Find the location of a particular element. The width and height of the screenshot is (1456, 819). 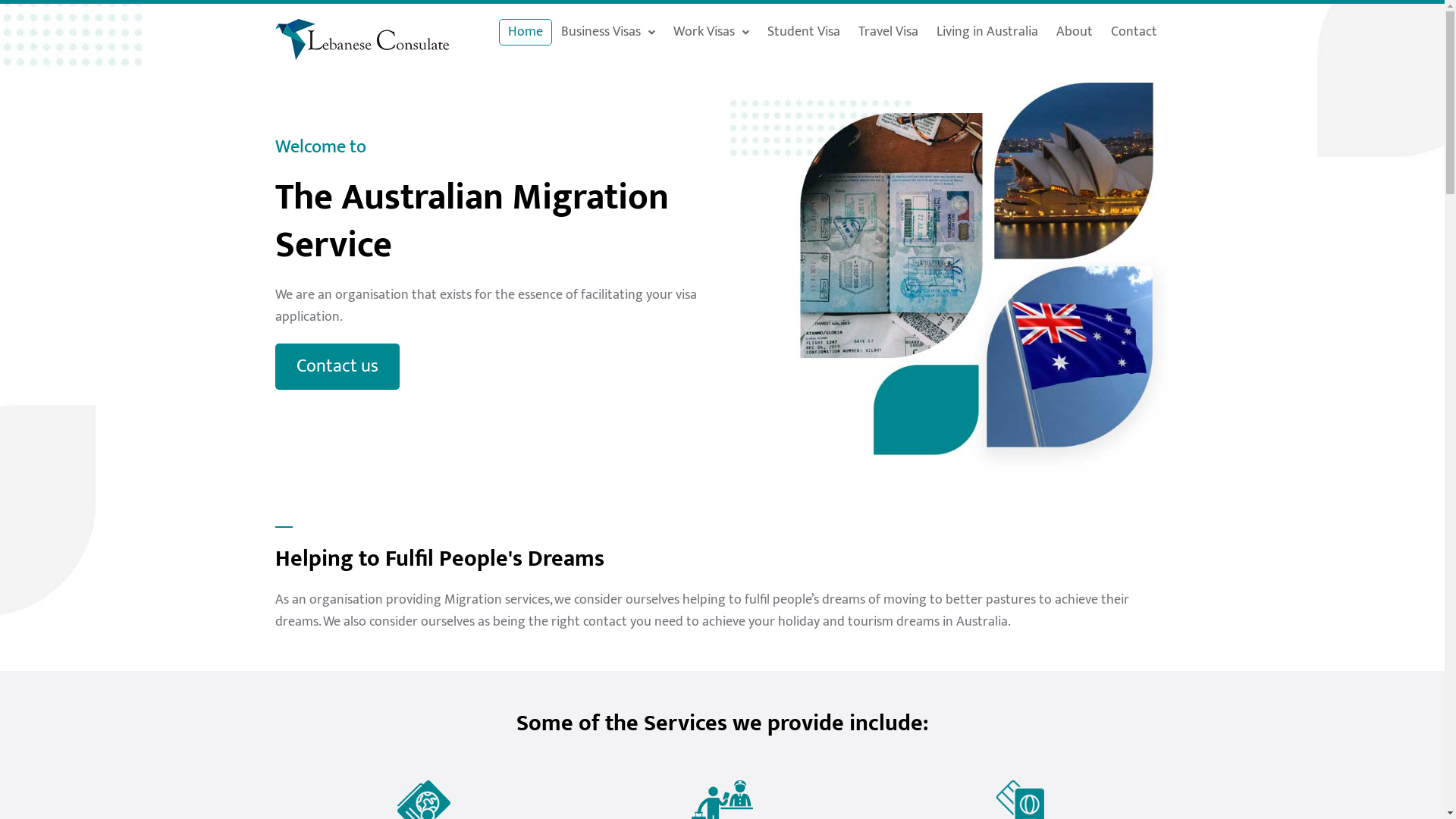

'Student Visa' is located at coordinates (758, 32).